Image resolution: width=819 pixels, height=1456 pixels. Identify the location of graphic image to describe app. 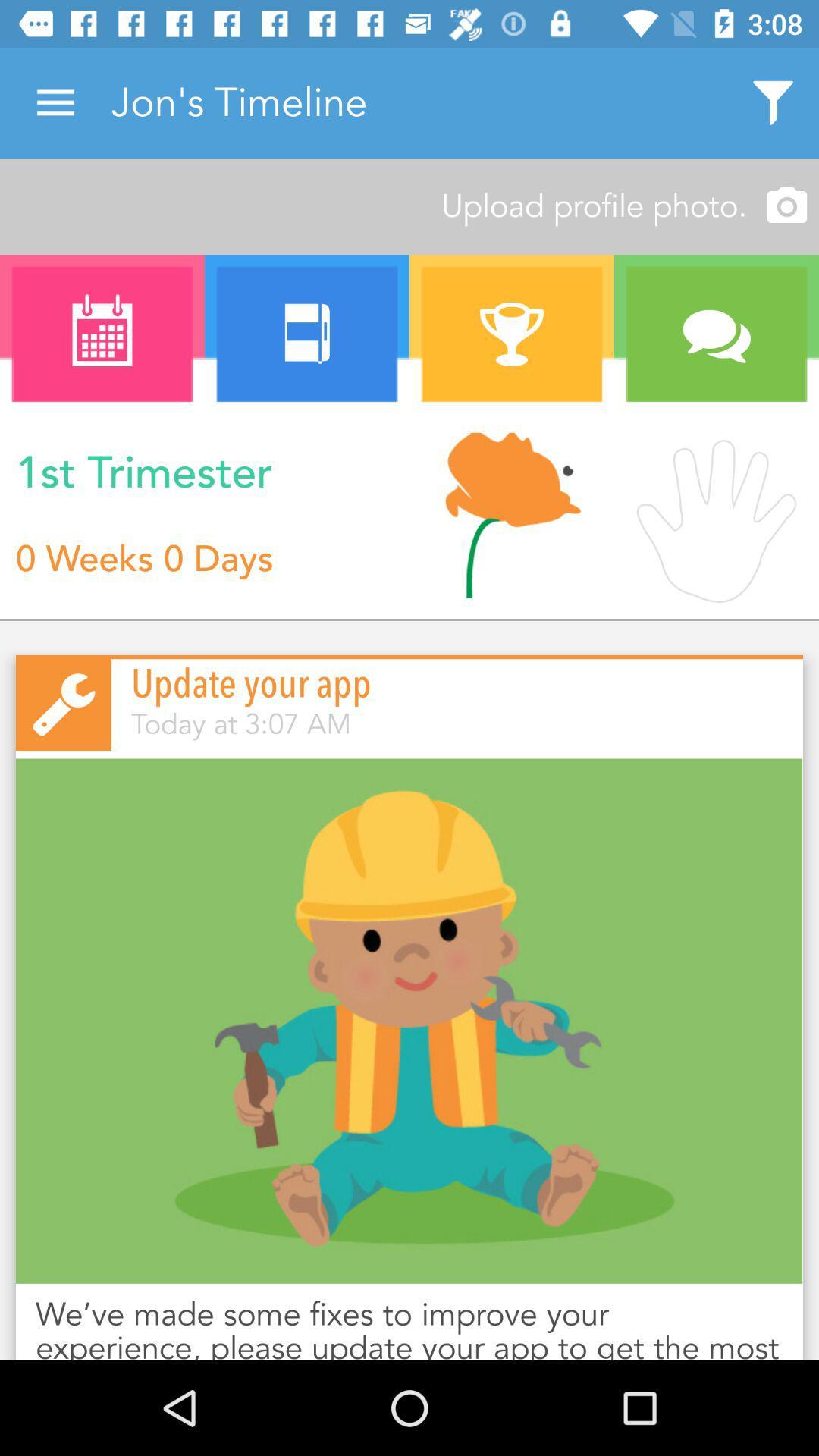
(409, 1021).